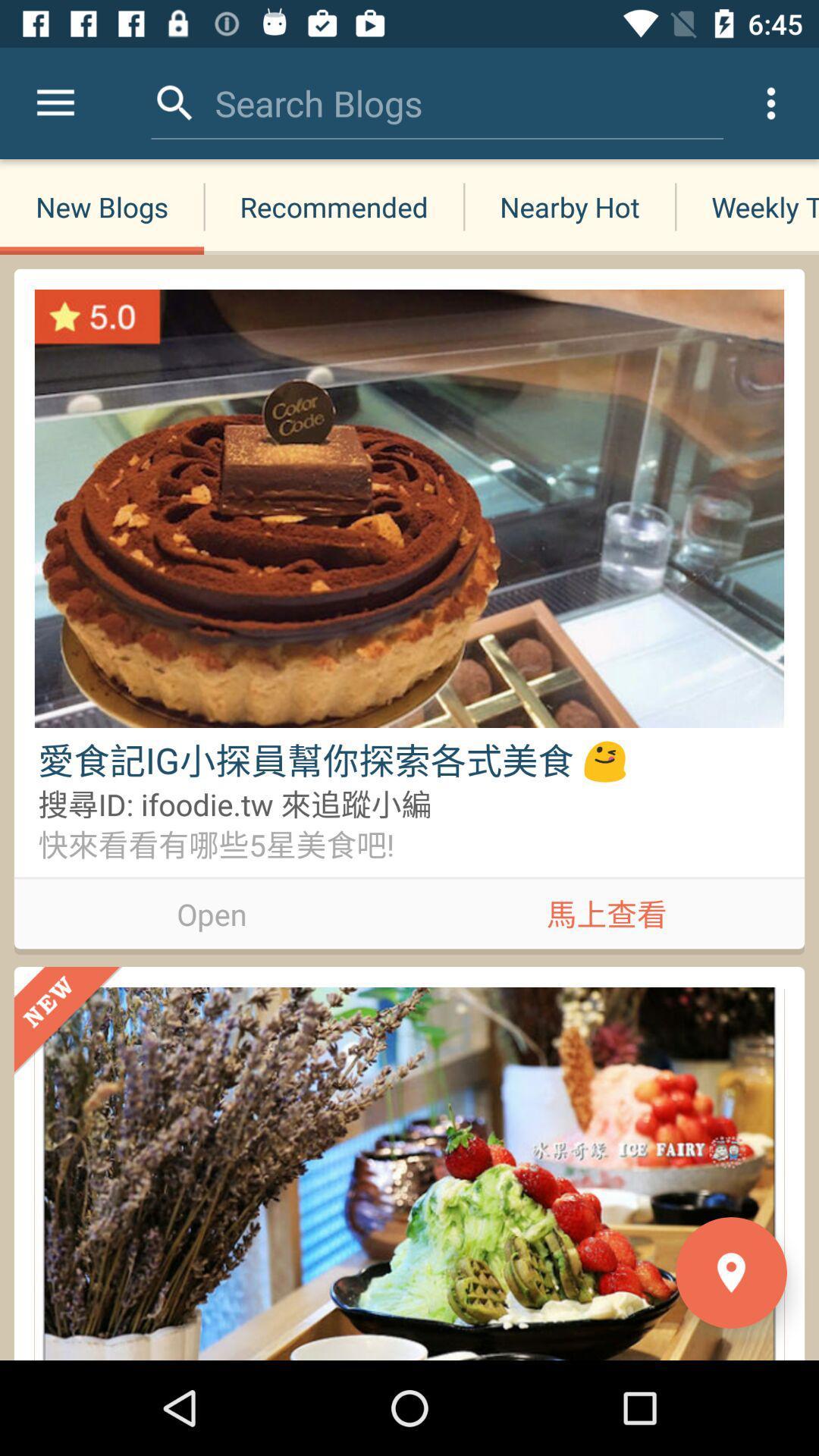 The width and height of the screenshot is (819, 1456). What do you see at coordinates (212, 910) in the screenshot?
I see `the option which says open` at bounding box center [212, 910].